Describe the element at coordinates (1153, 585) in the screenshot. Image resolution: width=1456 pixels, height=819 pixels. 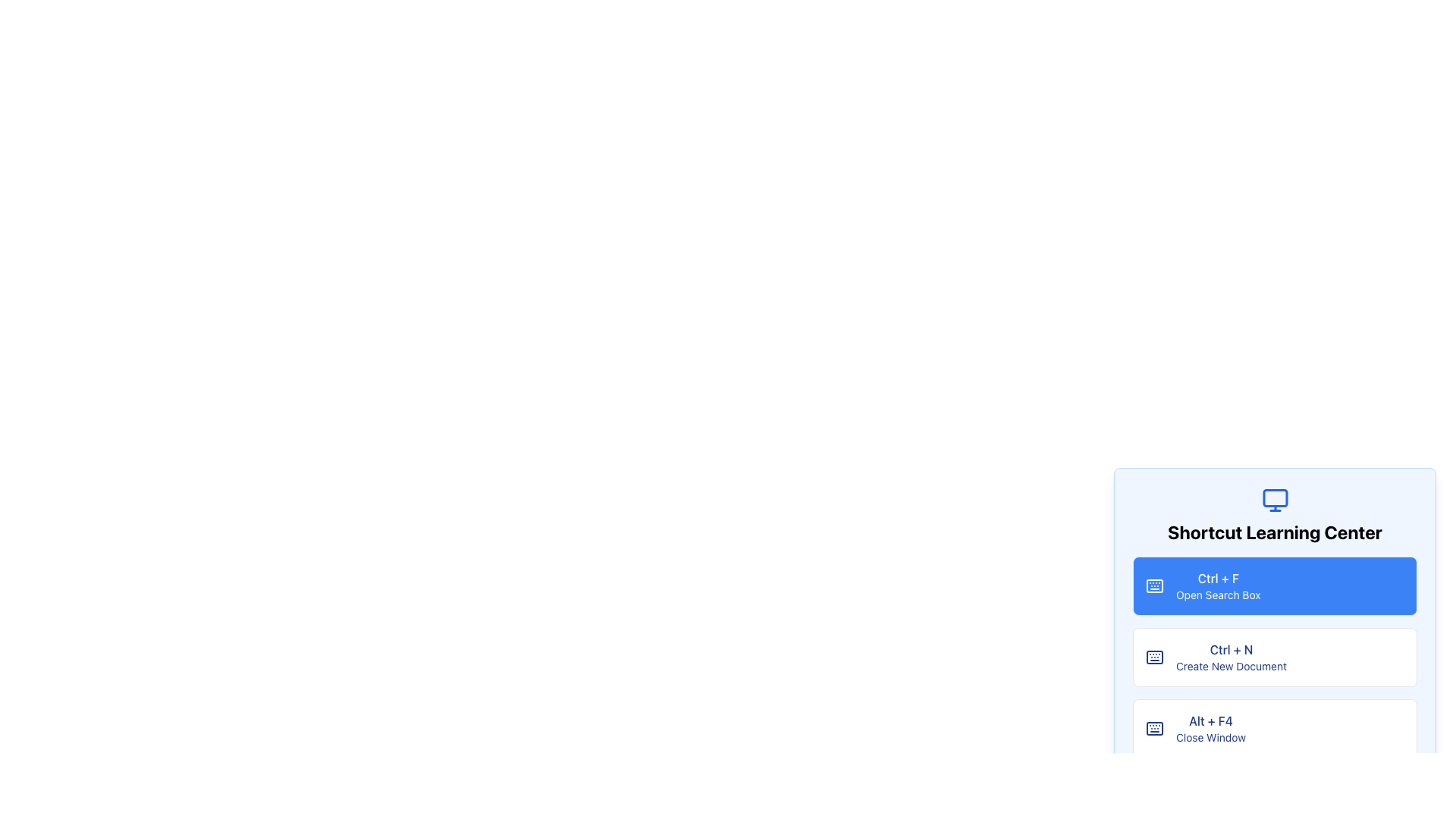
I see `the rounded rectangle element styled in blue located within the keyboard icon in the top right corner of the 'Shortcut Learning Center' area` at that location.